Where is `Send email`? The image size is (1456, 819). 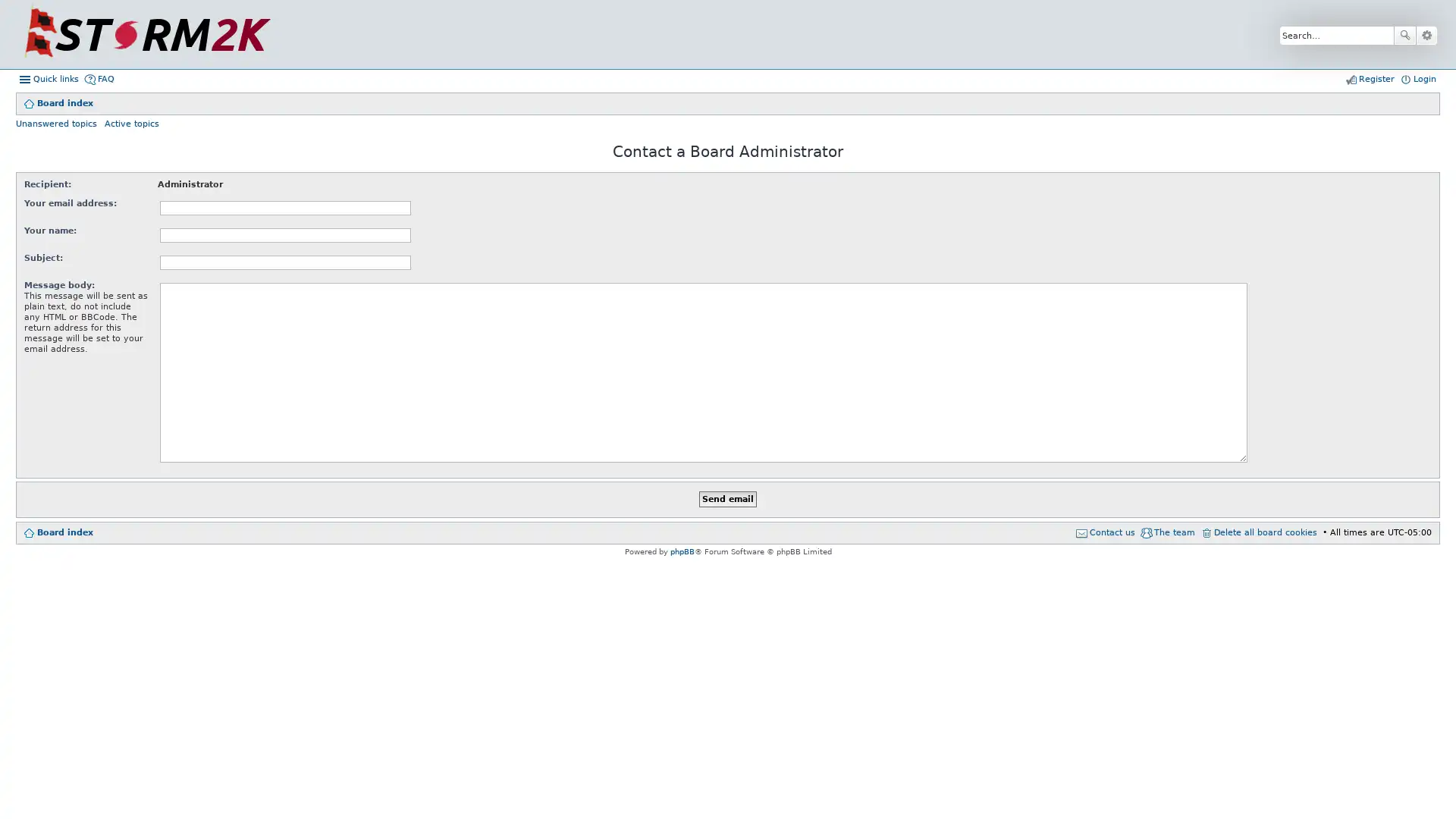 Send email is located at coordinates (728, 499).